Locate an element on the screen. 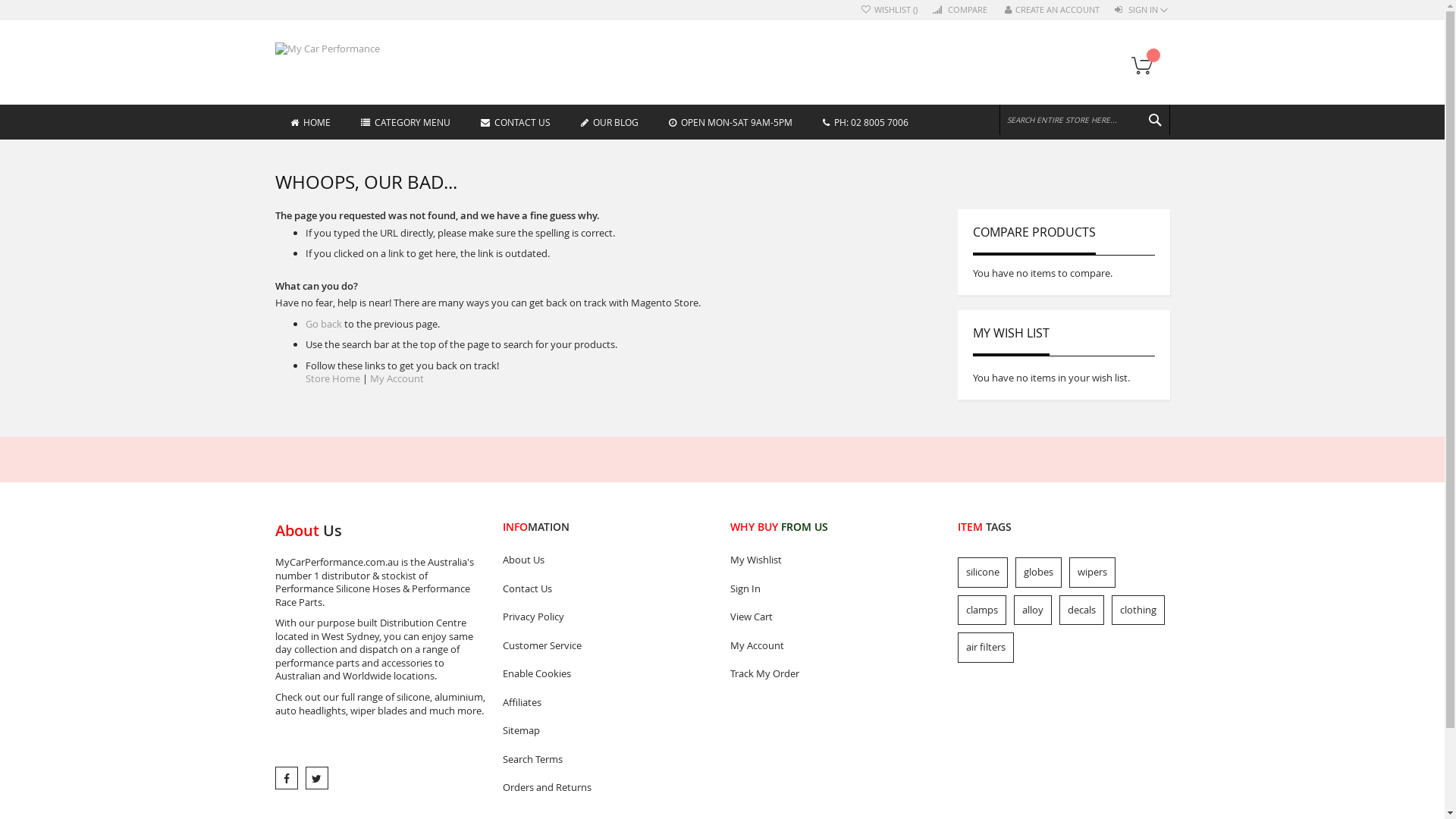  'twitter.com/mycarperformanc' is located at coordinates (315, 778).